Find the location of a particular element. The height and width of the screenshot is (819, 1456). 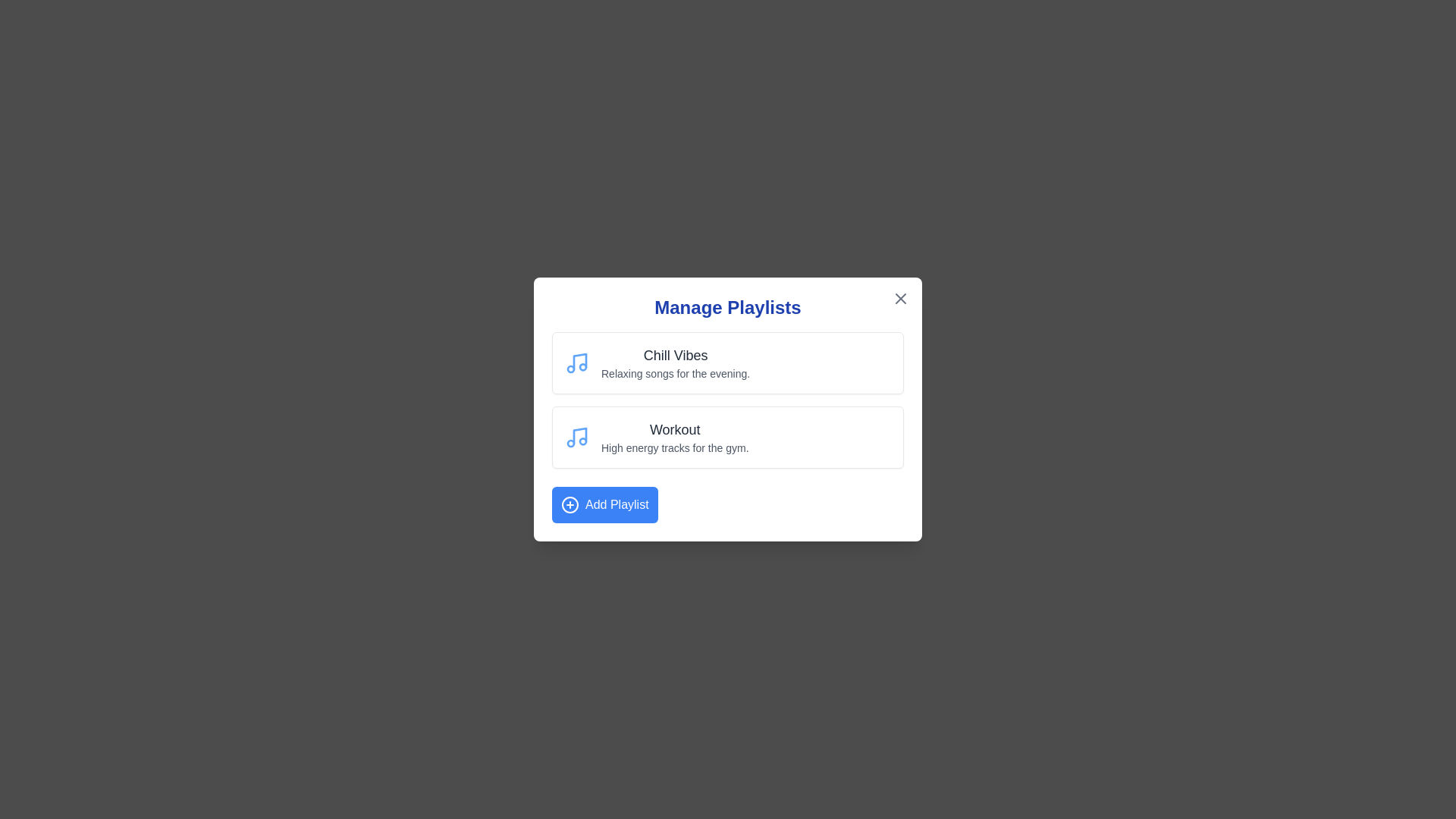

the 'Workout' text block element in the 'Manage Playlists' modal dialog is located at coordinates (674, 438).